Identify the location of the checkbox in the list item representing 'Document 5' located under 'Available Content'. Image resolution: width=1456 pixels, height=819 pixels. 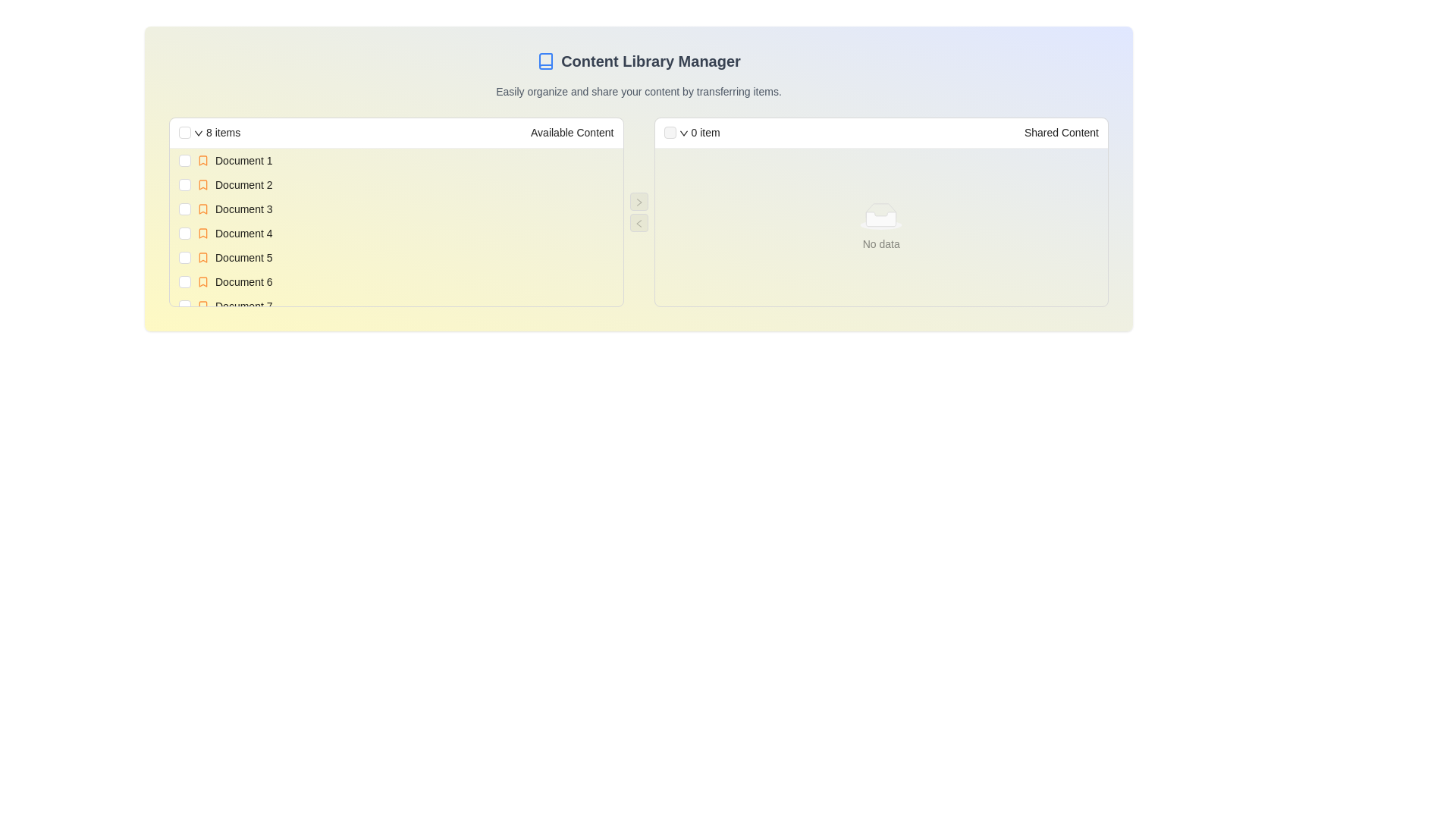
(396, 256).